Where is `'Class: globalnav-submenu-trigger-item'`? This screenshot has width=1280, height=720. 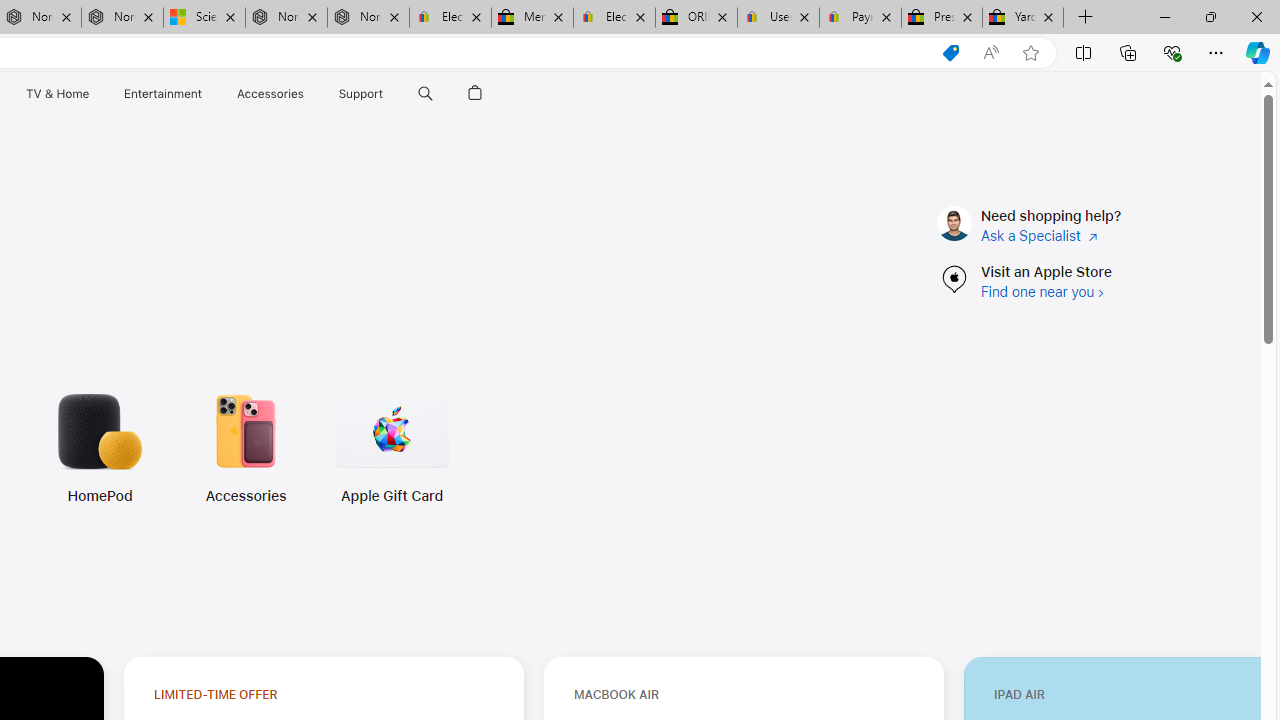
'Class: globalnav-submenu-trigger-item' is located at coordinates (387, 93).